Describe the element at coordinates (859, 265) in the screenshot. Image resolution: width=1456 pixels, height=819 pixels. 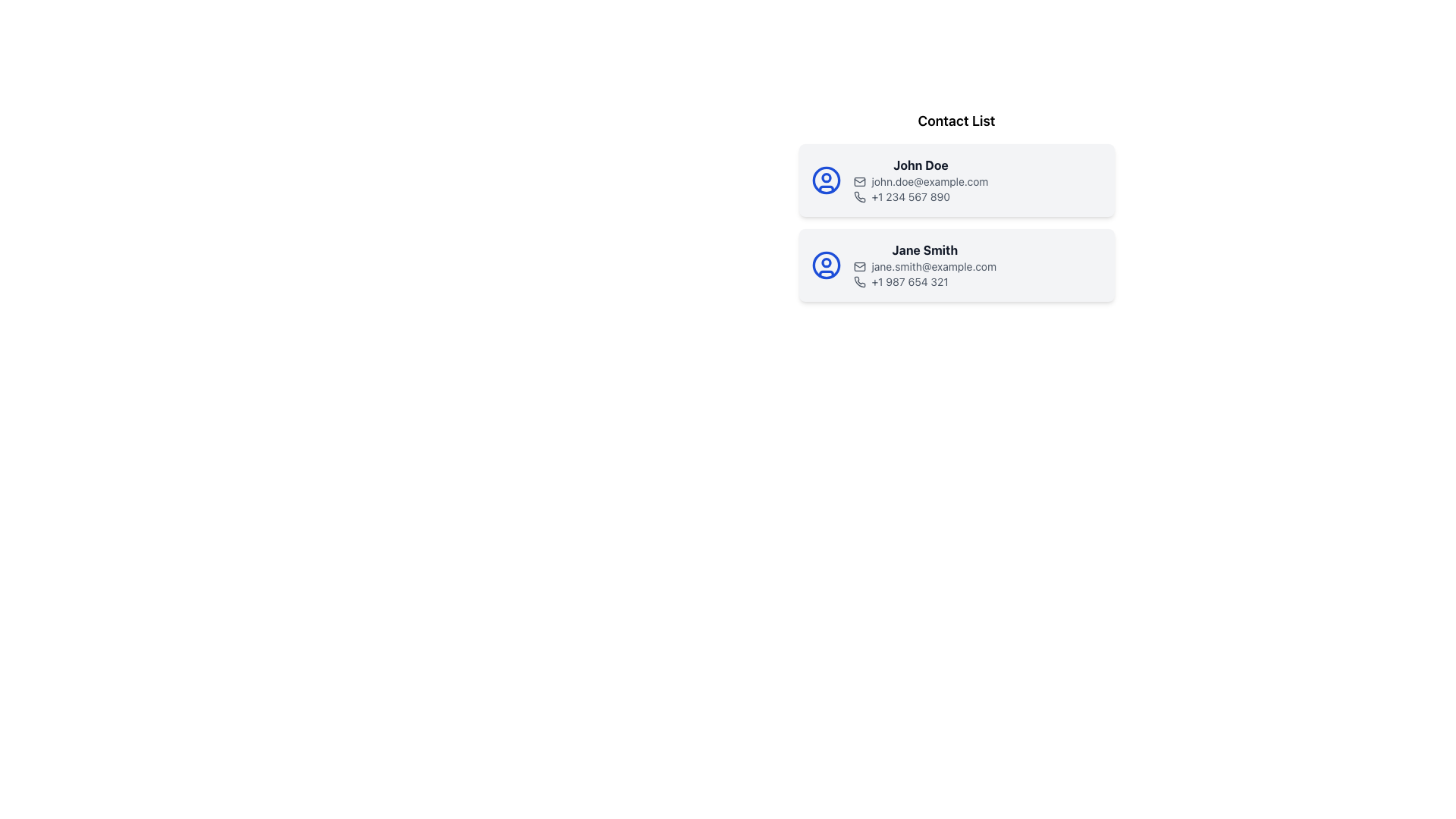
I see `the email icon located to the immediate left of the text 'jane.smith@example.com' in the second contact entry under 'Jane Smith' within the contact list` at that location.